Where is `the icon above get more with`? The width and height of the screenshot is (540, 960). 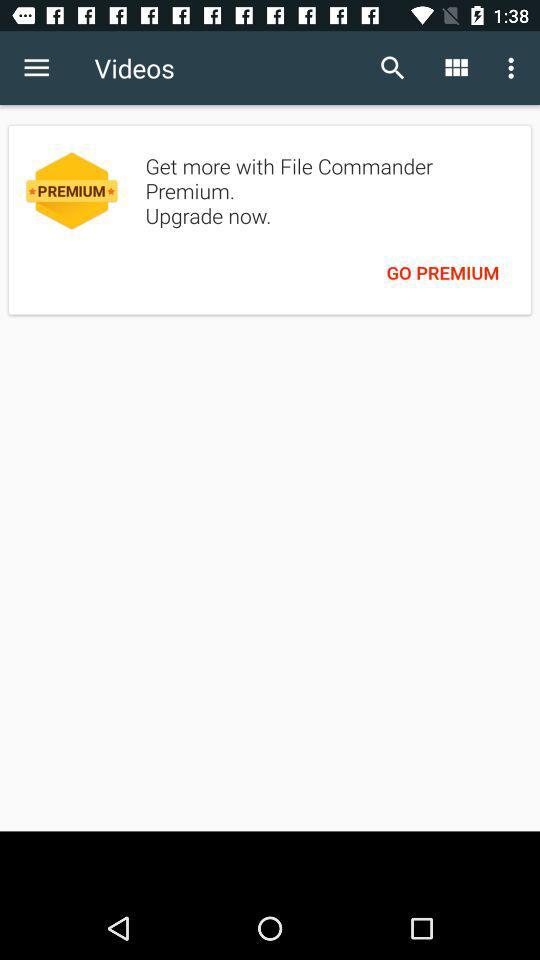 the icon above get more with is located at coordinates (455, 68).